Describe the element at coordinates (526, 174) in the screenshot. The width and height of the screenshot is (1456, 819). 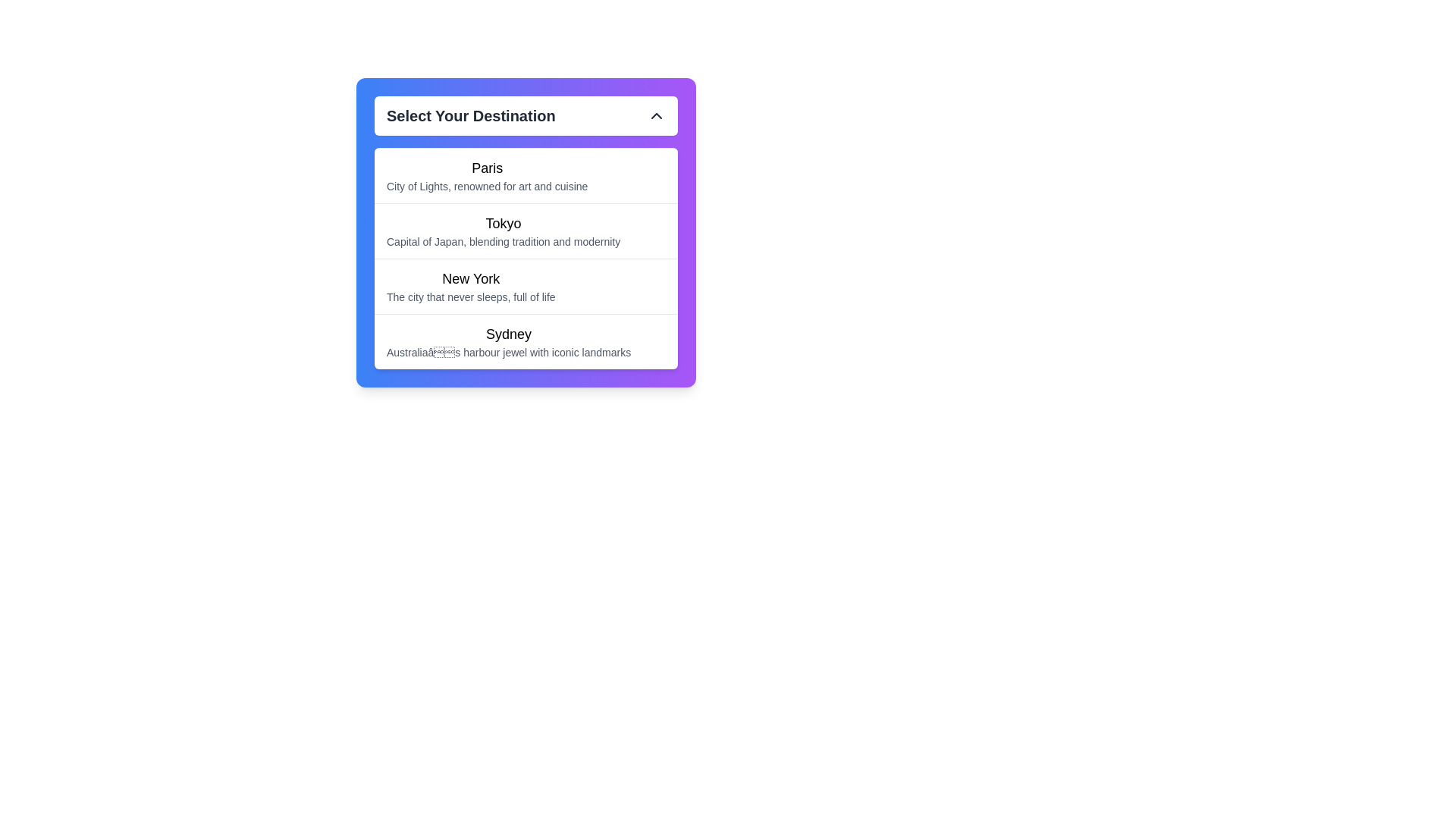
I see `the text block displaying 'Paris' which is the first row in the selectable list under the header 'Select Your Destination.'` at that location.